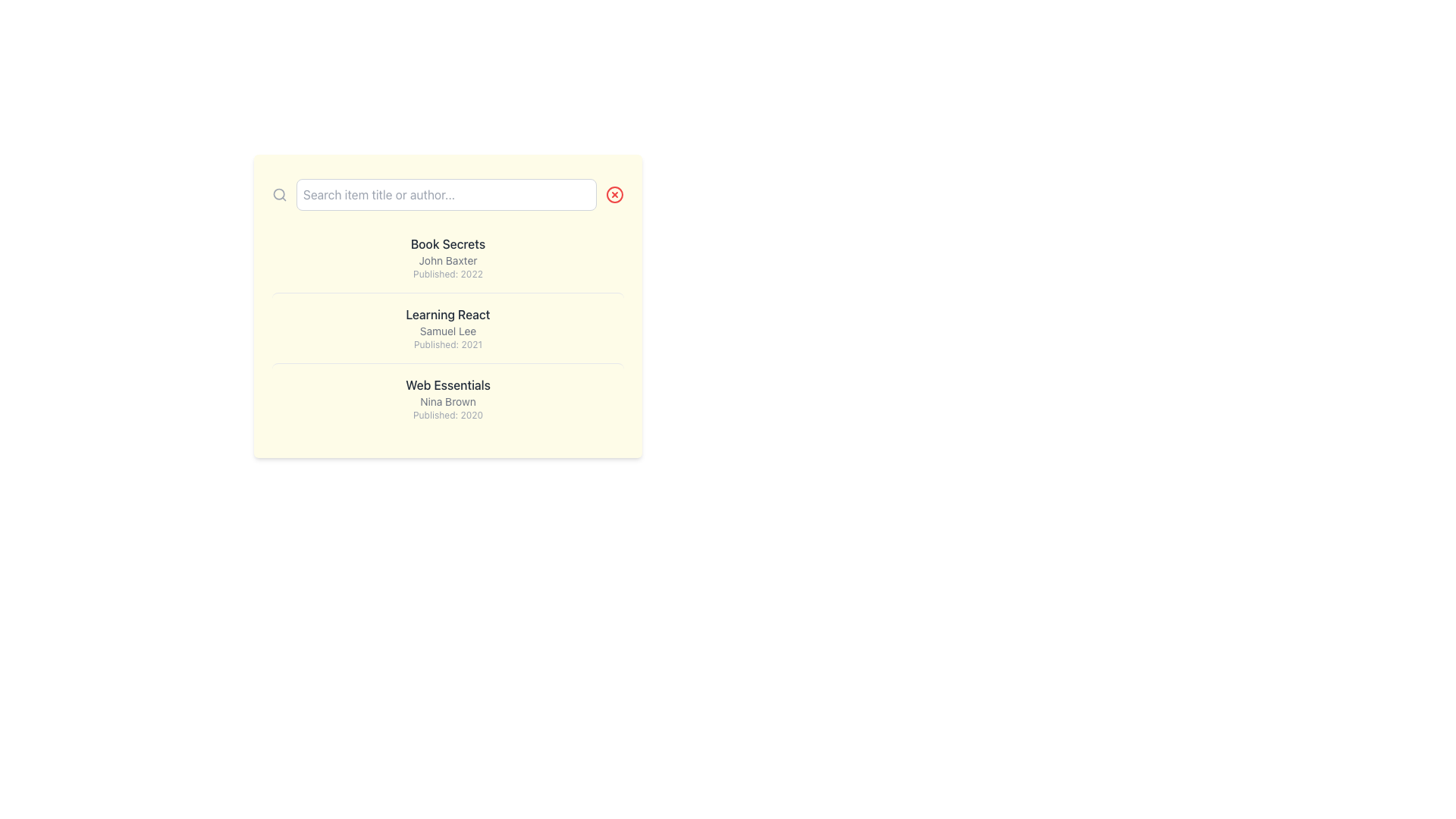  Describe the element at coordinates (447, 275) in the screenshot. I see `the text label that indicates the publication year of the book, which reads 'Published: 2022', positioned below the author name 'John Baxter'` at that location.